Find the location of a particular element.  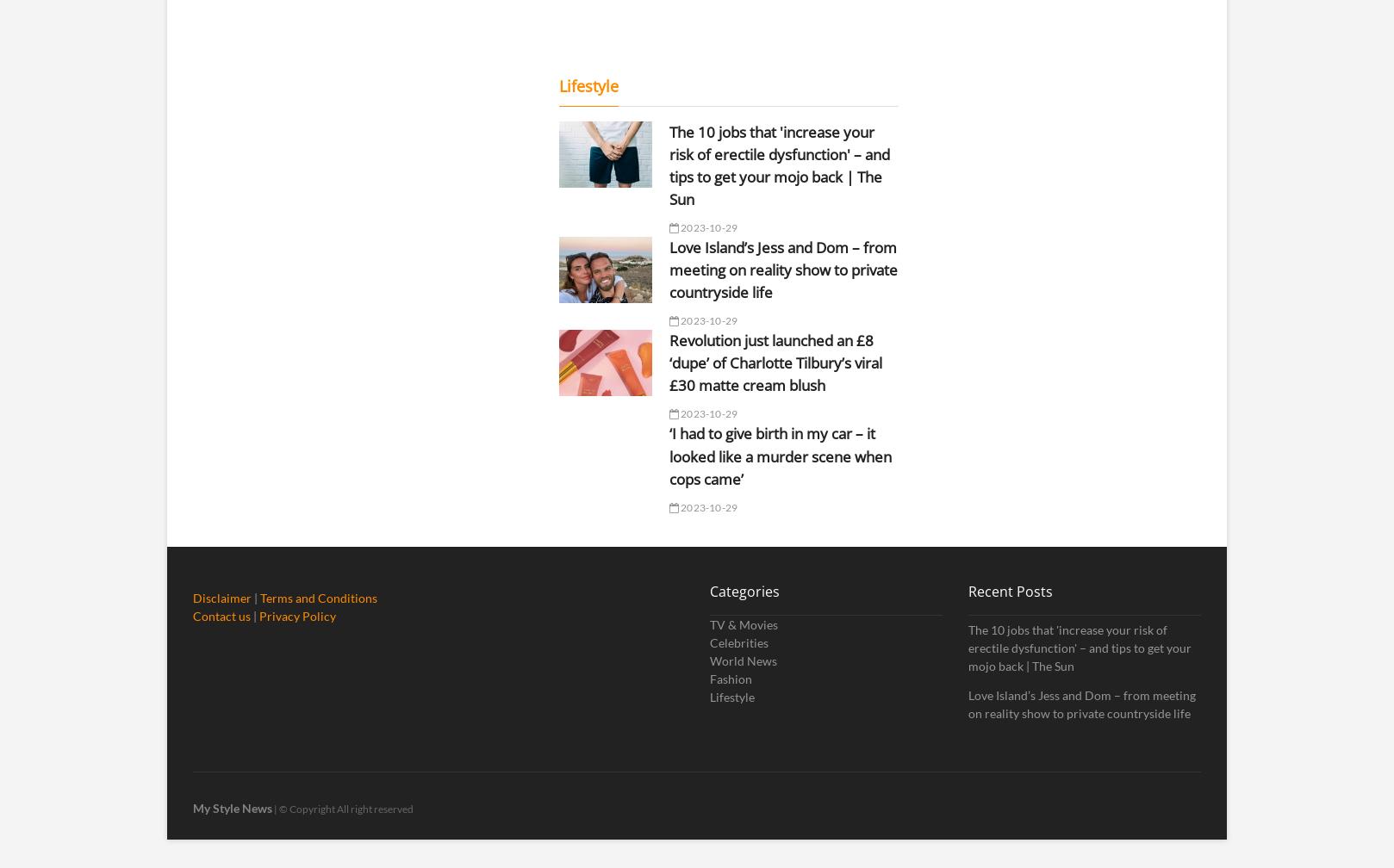

'Disclaimer' is located at coordinates (191, 597).